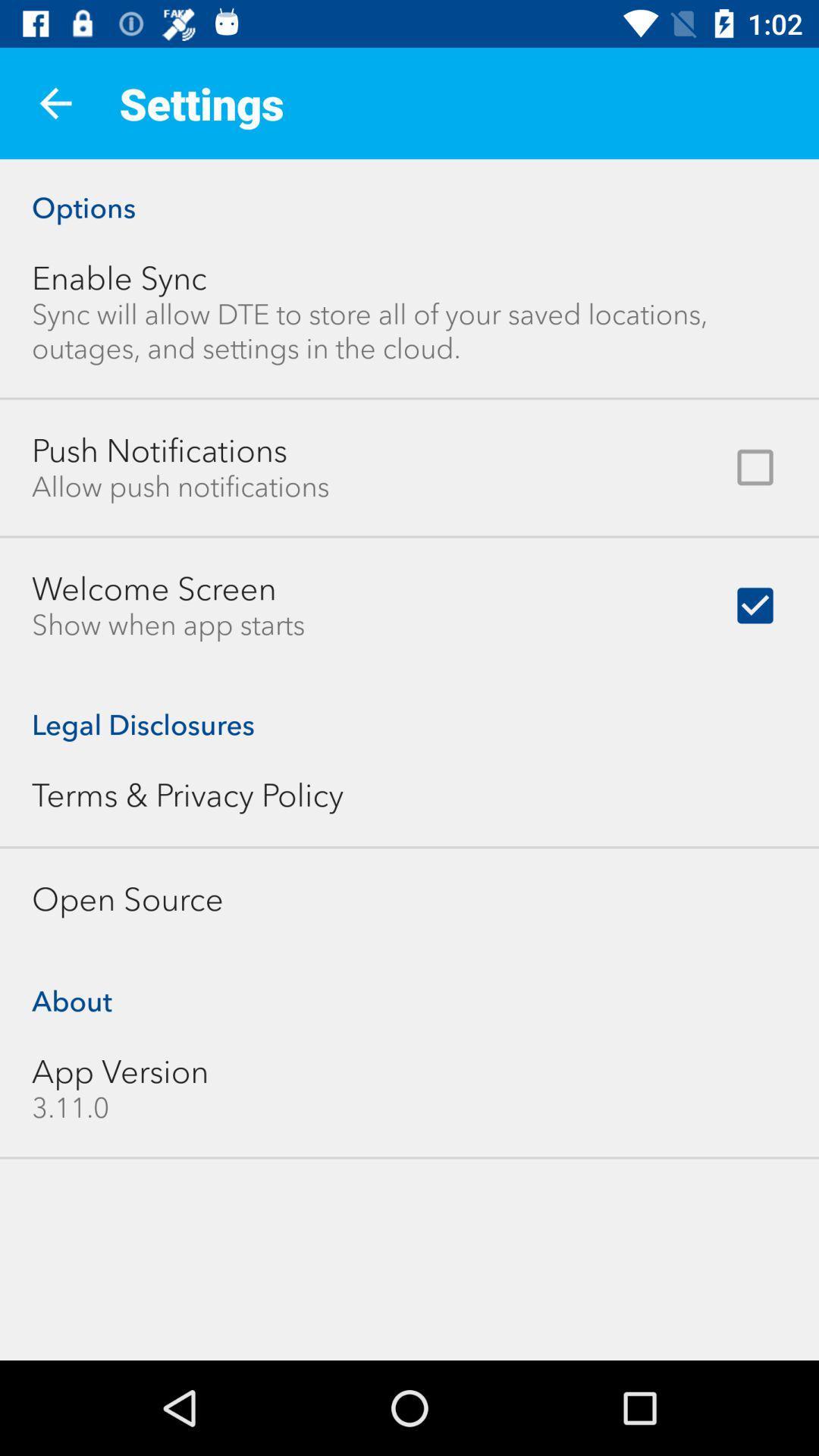  I want to click on item below the about icon, so click(119, 1071).